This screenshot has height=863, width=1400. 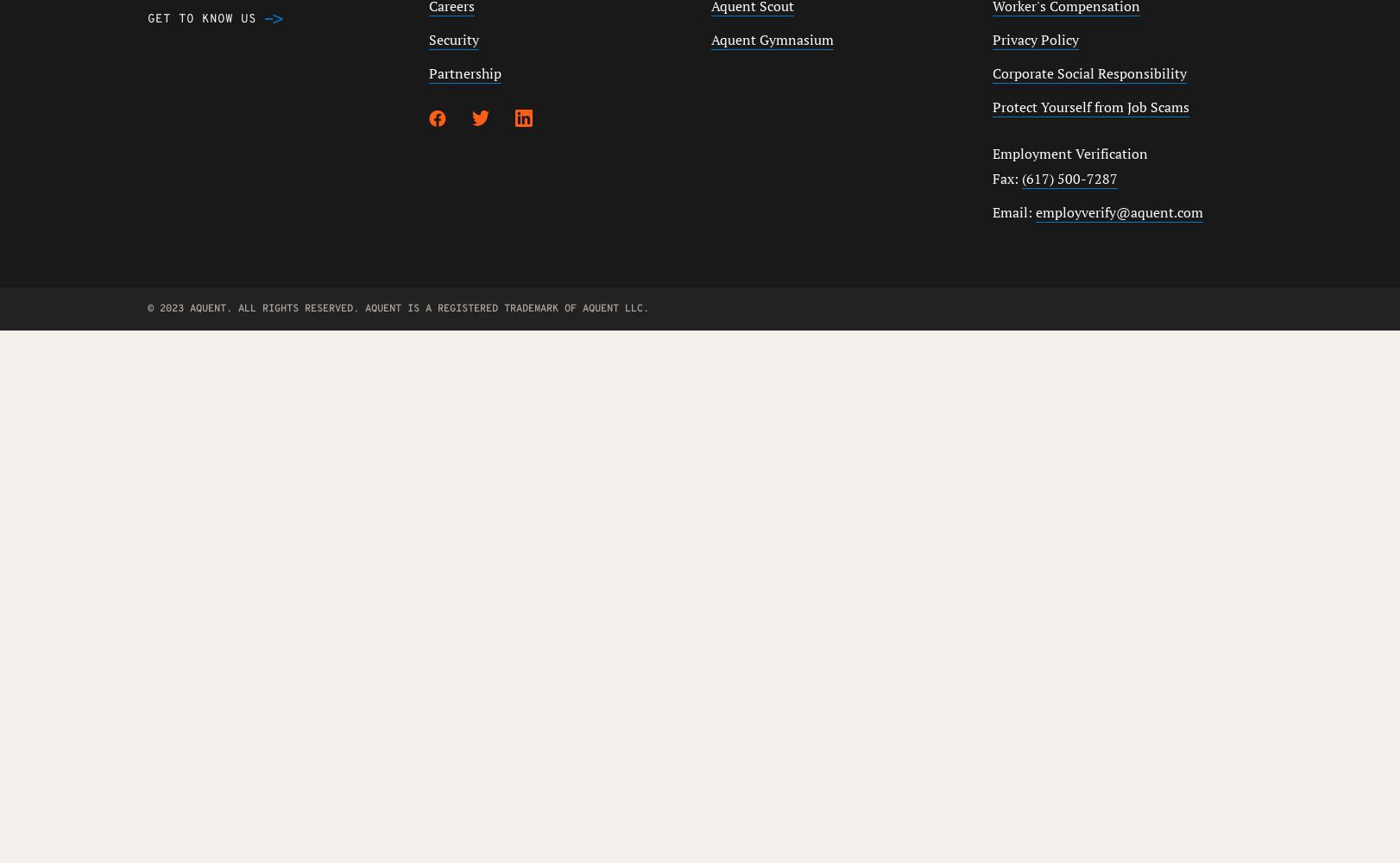 I want to click on 'Protect Yourself from Job Scams', so click(x=1089, y=106).